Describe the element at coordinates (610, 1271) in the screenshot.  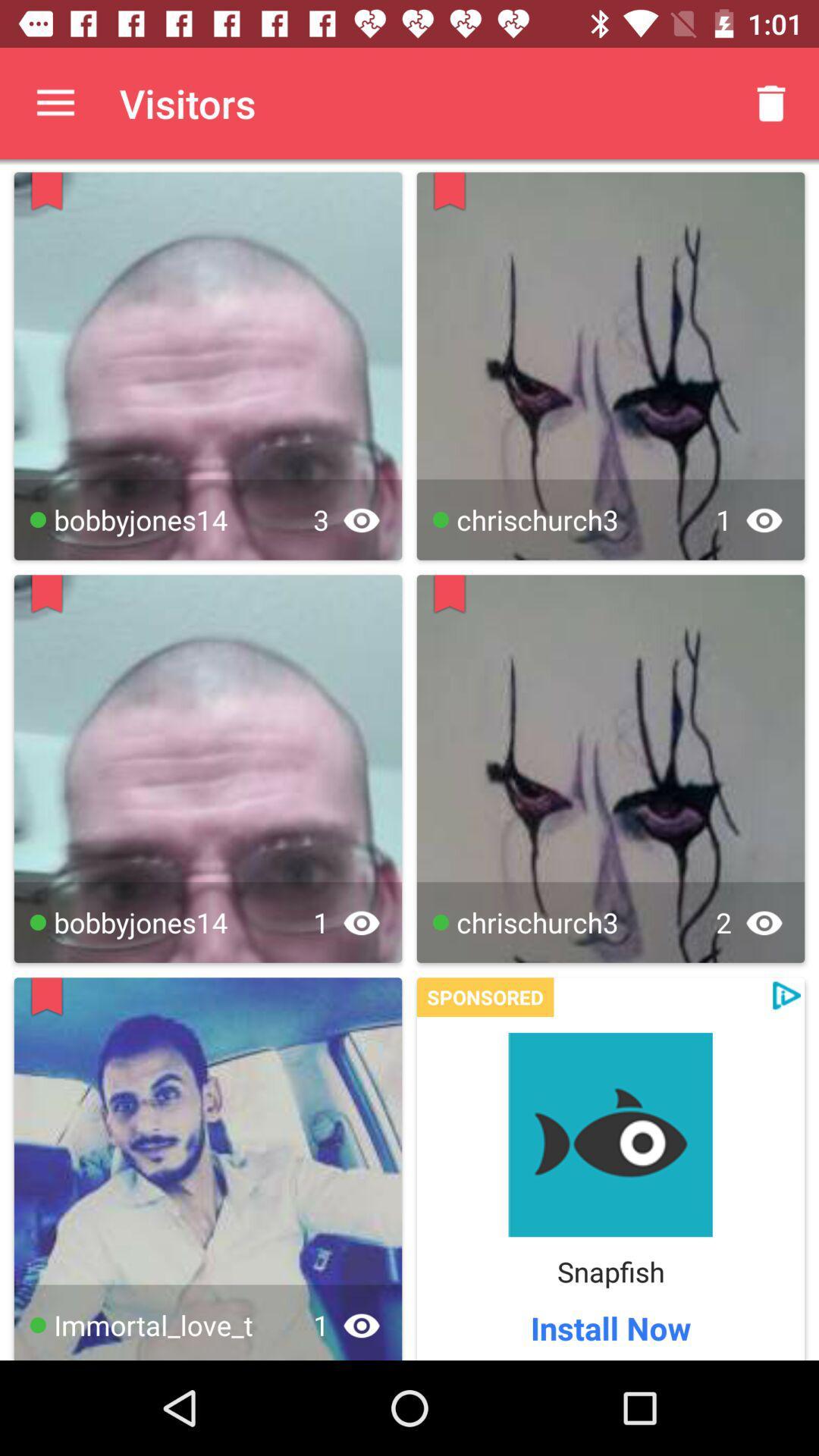
I see `snapfish` at that location.